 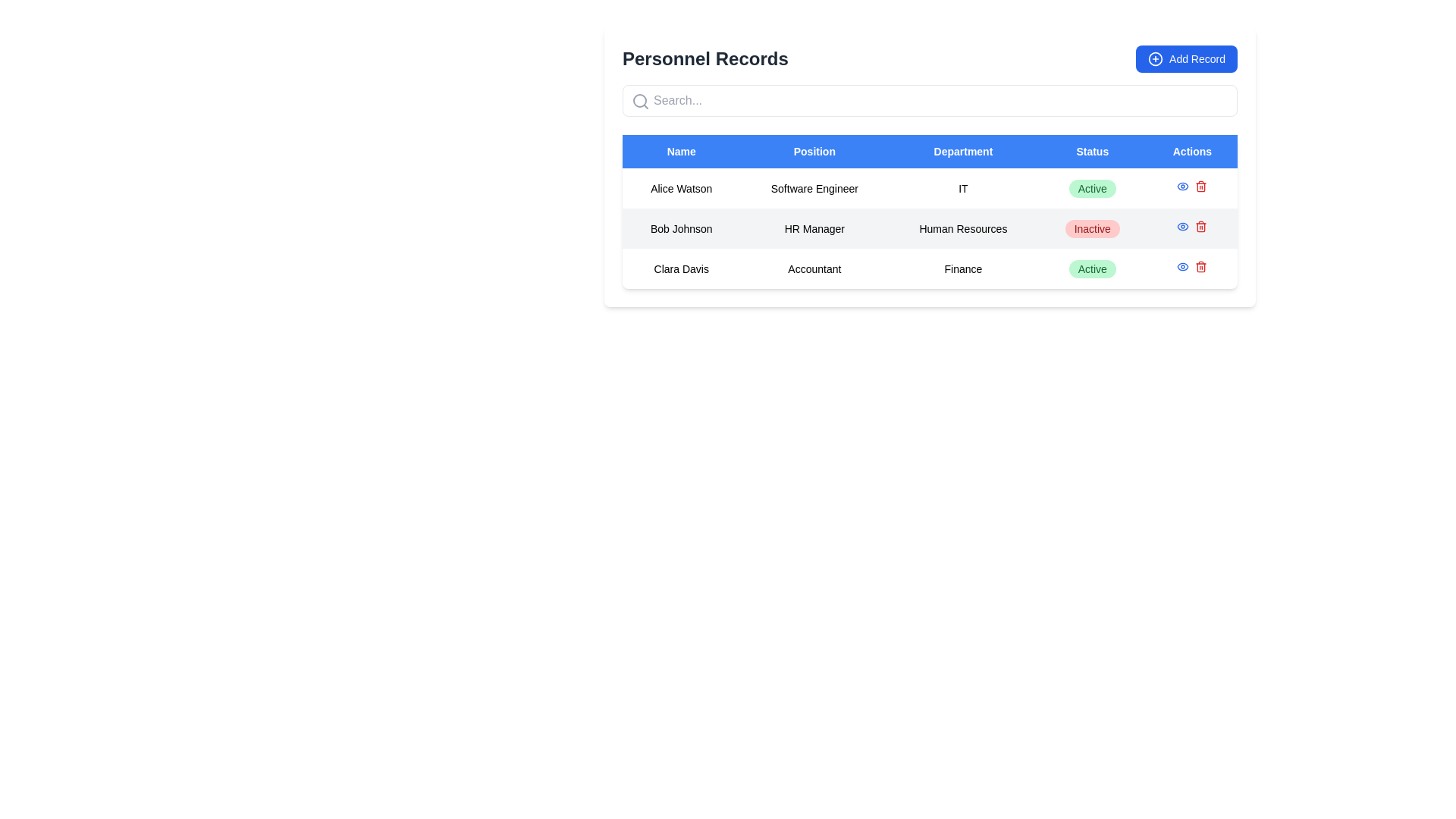 What do you see at coordinates (1200, 227) in the screenshot?
I see `the delete button in the 'Actions' column of the personnel records table` at bounding box center [1200, 227].